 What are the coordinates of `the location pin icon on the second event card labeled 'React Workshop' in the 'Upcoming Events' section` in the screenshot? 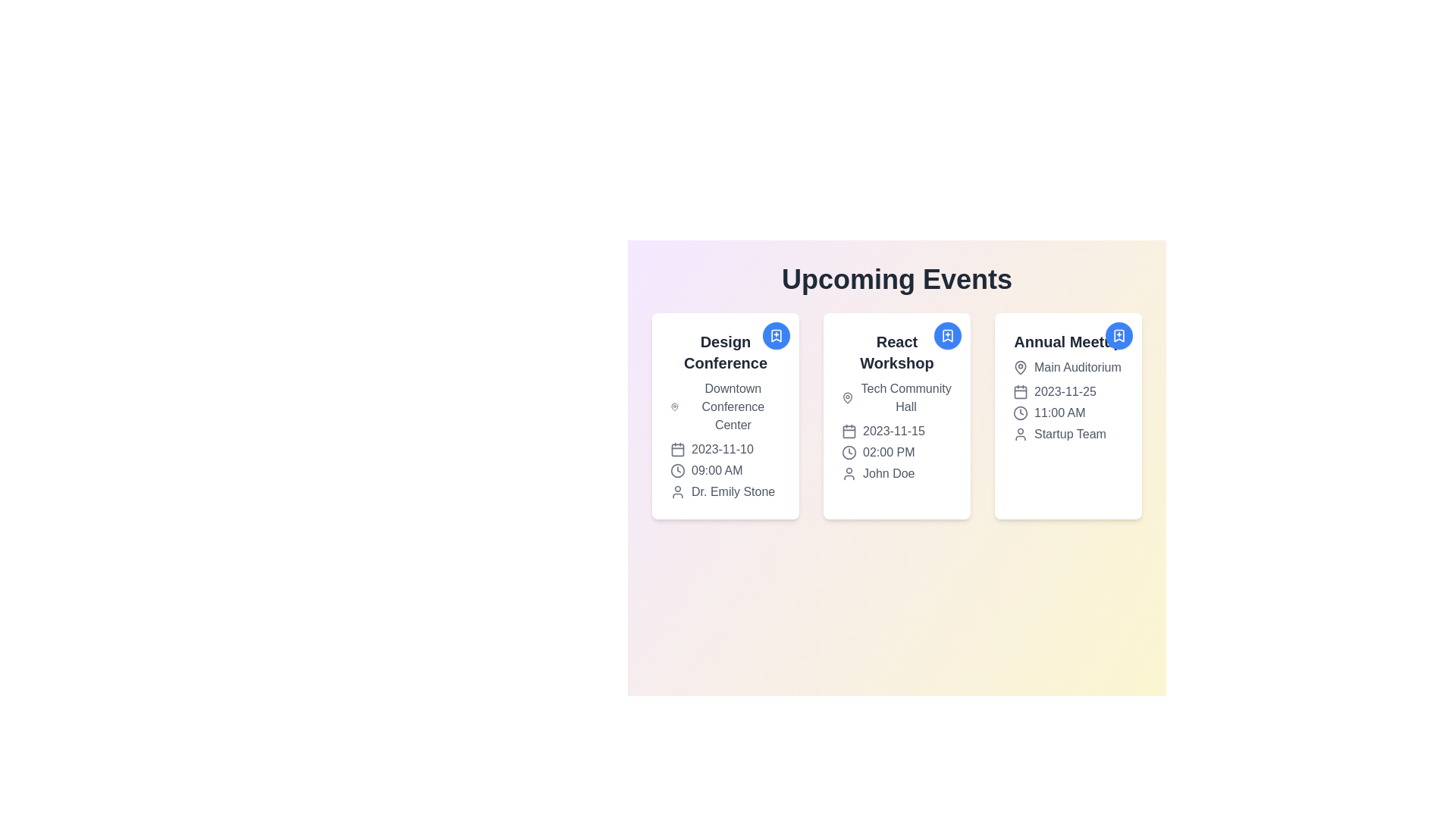 It's located at (847, 397).